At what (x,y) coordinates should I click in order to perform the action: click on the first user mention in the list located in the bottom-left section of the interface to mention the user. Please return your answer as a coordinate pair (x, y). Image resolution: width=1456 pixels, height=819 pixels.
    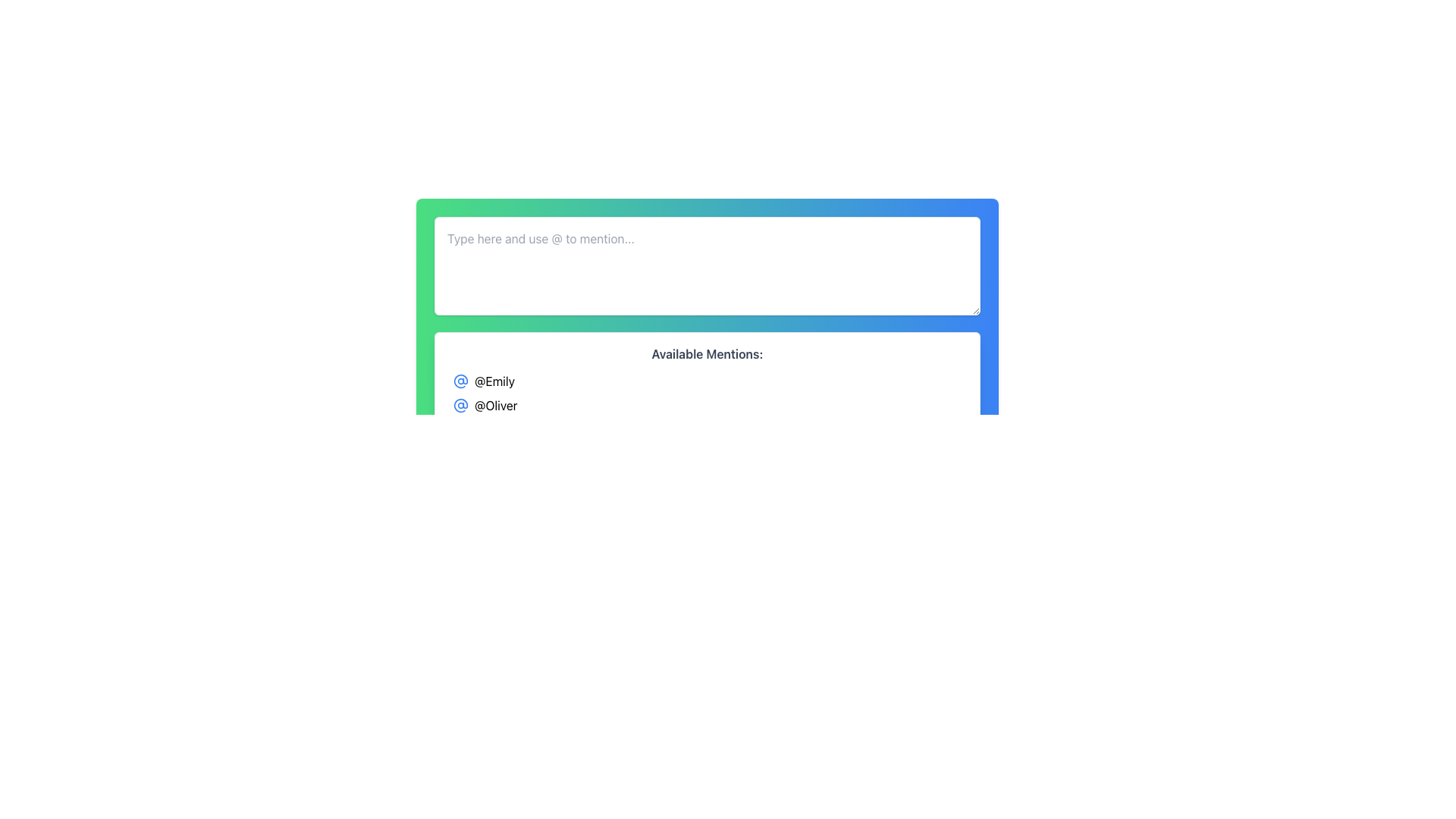
    Looking at the image, I should click on (494, 380).